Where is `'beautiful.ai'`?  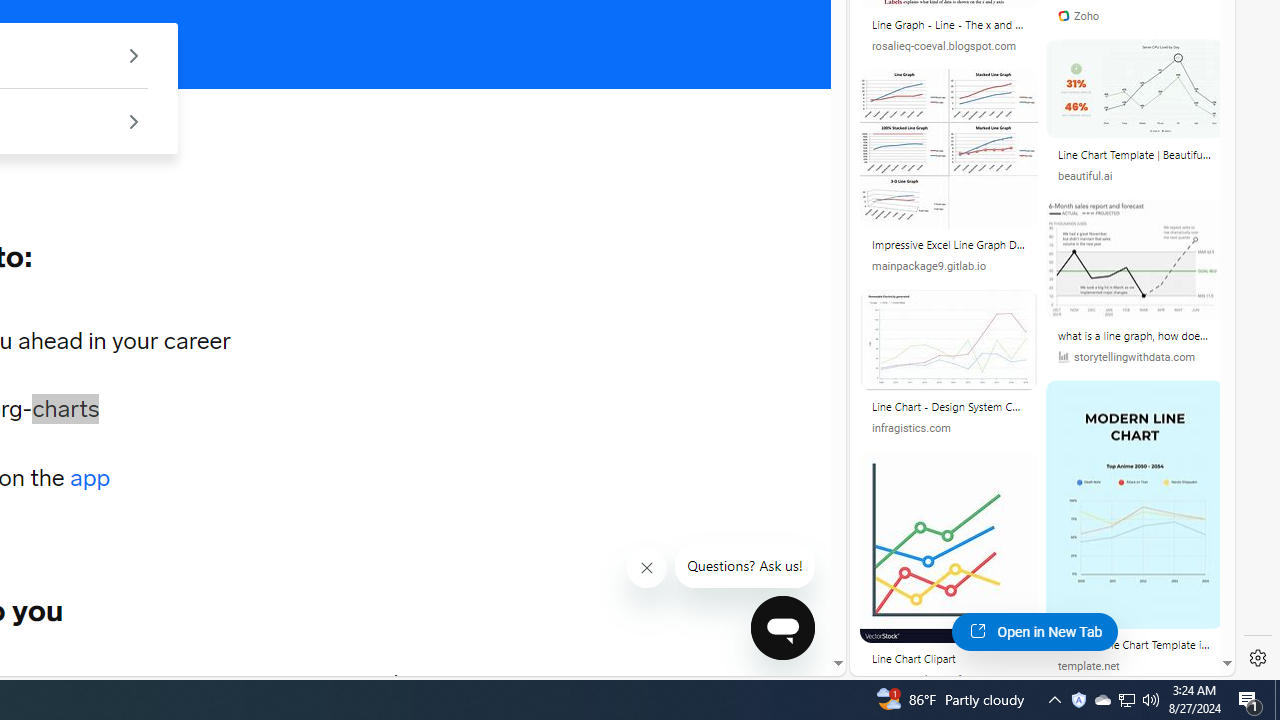 'beautiful.ai' is located at coordinates (1085, 175).